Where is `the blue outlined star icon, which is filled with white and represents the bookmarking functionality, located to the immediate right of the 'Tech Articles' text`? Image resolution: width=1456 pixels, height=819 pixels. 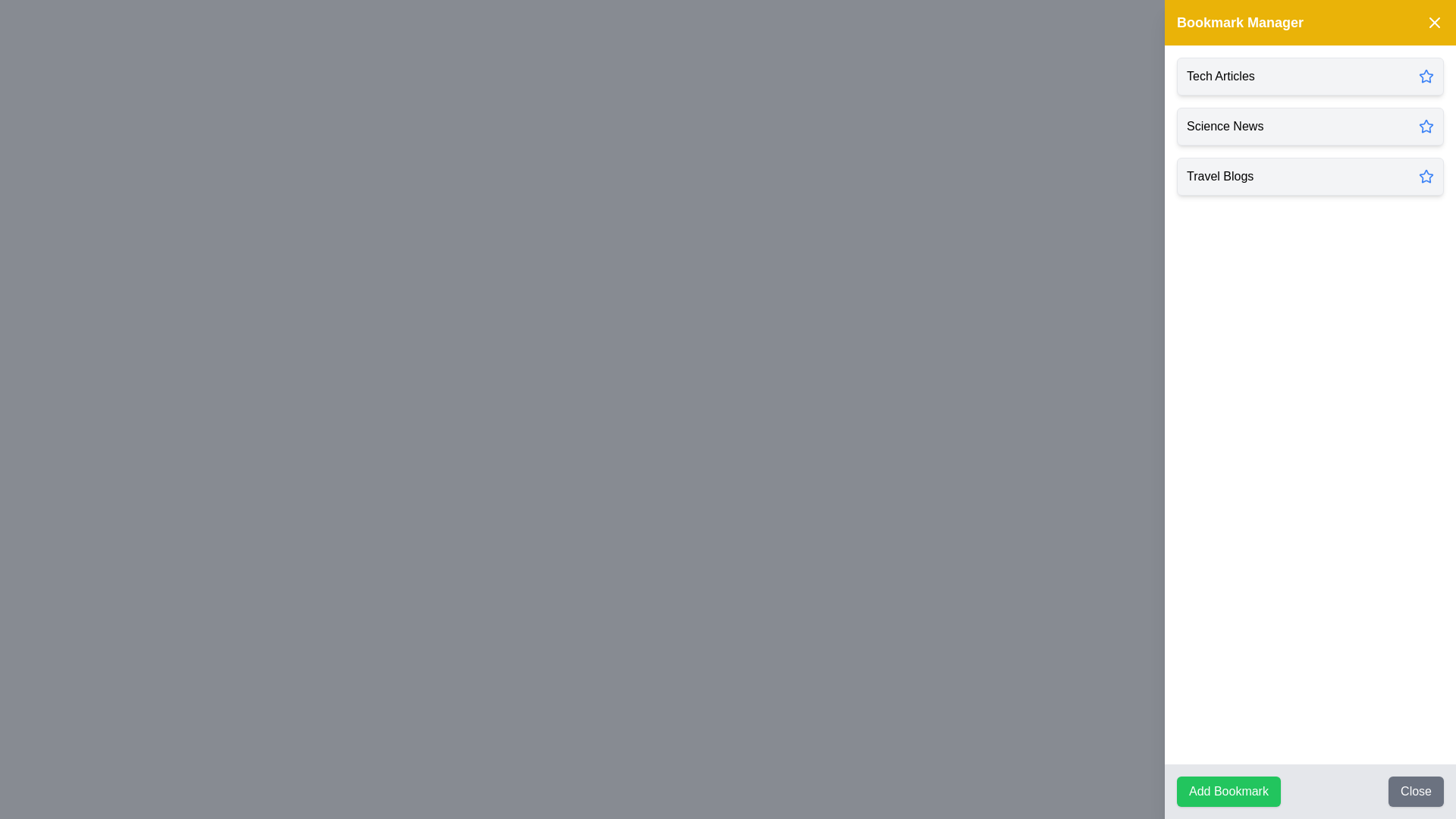 the blue outlined star icon, which is filled with white and represents the bookmarking functionality, located to the immediate right of the 'Tech Articles' text is located at coordinates (1426, 76).